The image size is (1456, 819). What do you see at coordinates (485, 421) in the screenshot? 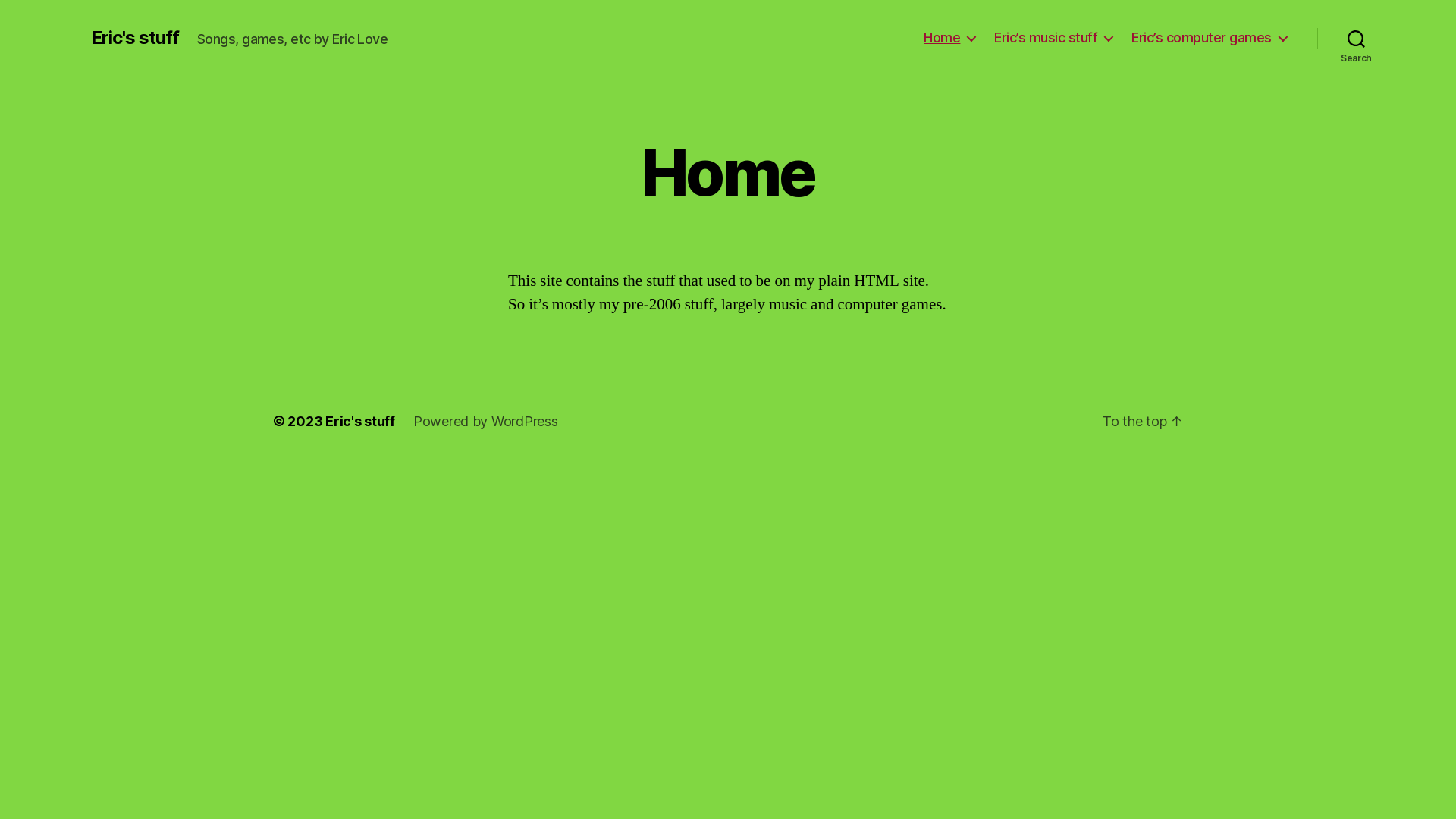
I see `'Powered by WordPress'` at bounding box center [485, 421].